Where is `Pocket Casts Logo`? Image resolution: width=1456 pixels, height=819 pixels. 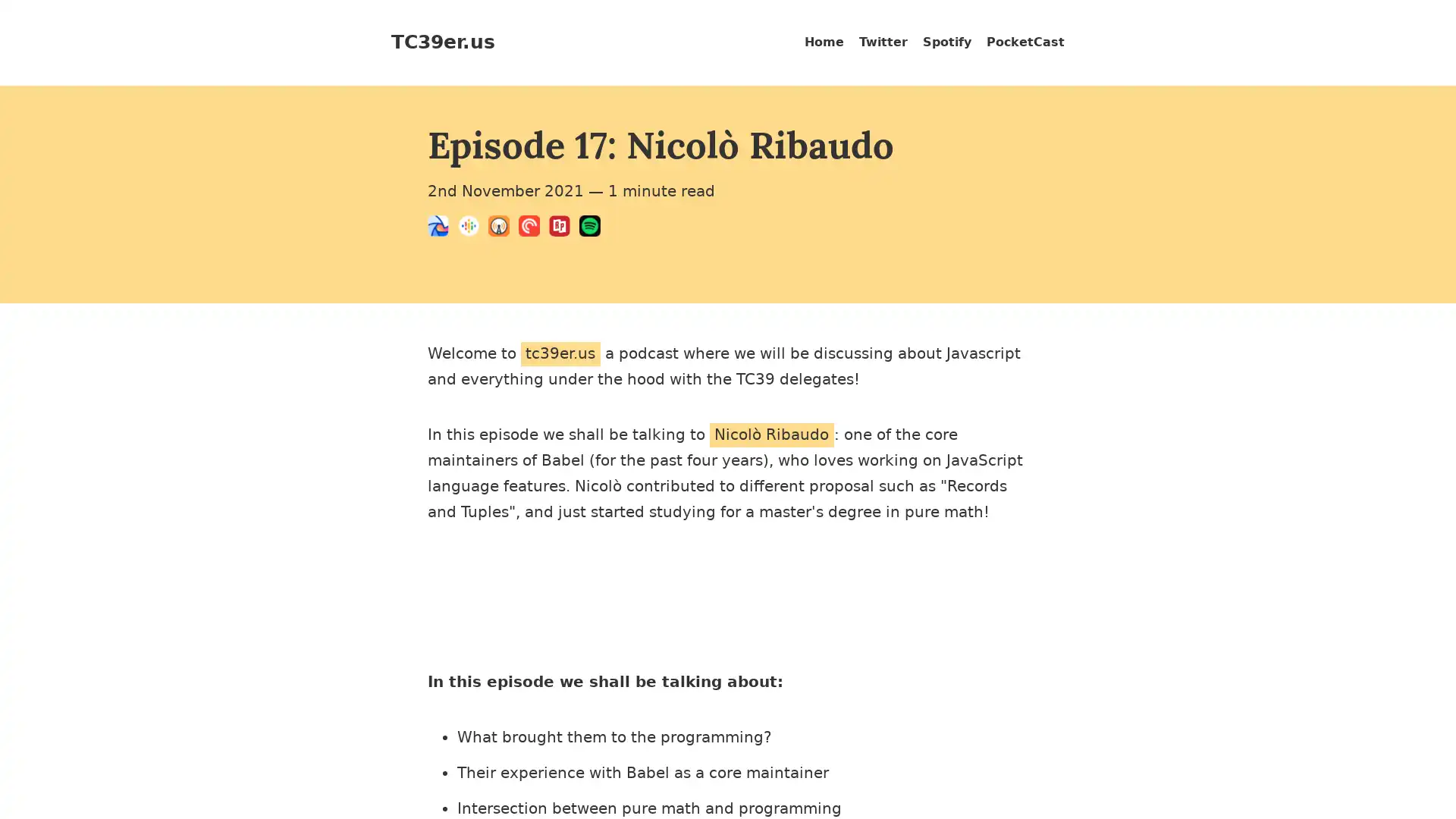
Pocket Casts Logo is located at coordinates (534, 228).